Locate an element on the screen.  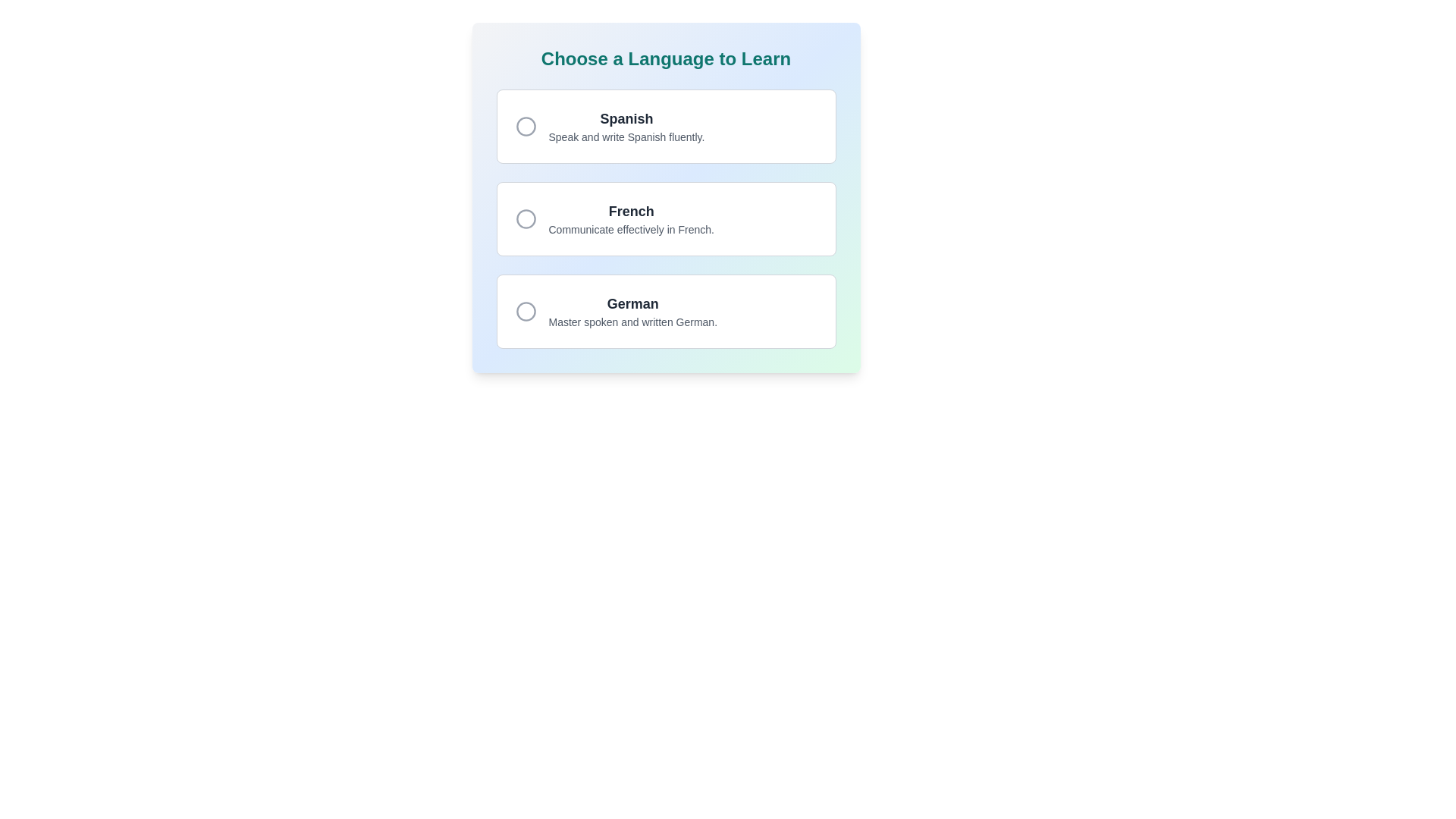
displayed text 'Spanish' and 'Speak and write Spanish fluently.' from the first Option card with a radio button, which is a rectangular card with rounded corners located at the top of the list is located at coordinates (666, 125).